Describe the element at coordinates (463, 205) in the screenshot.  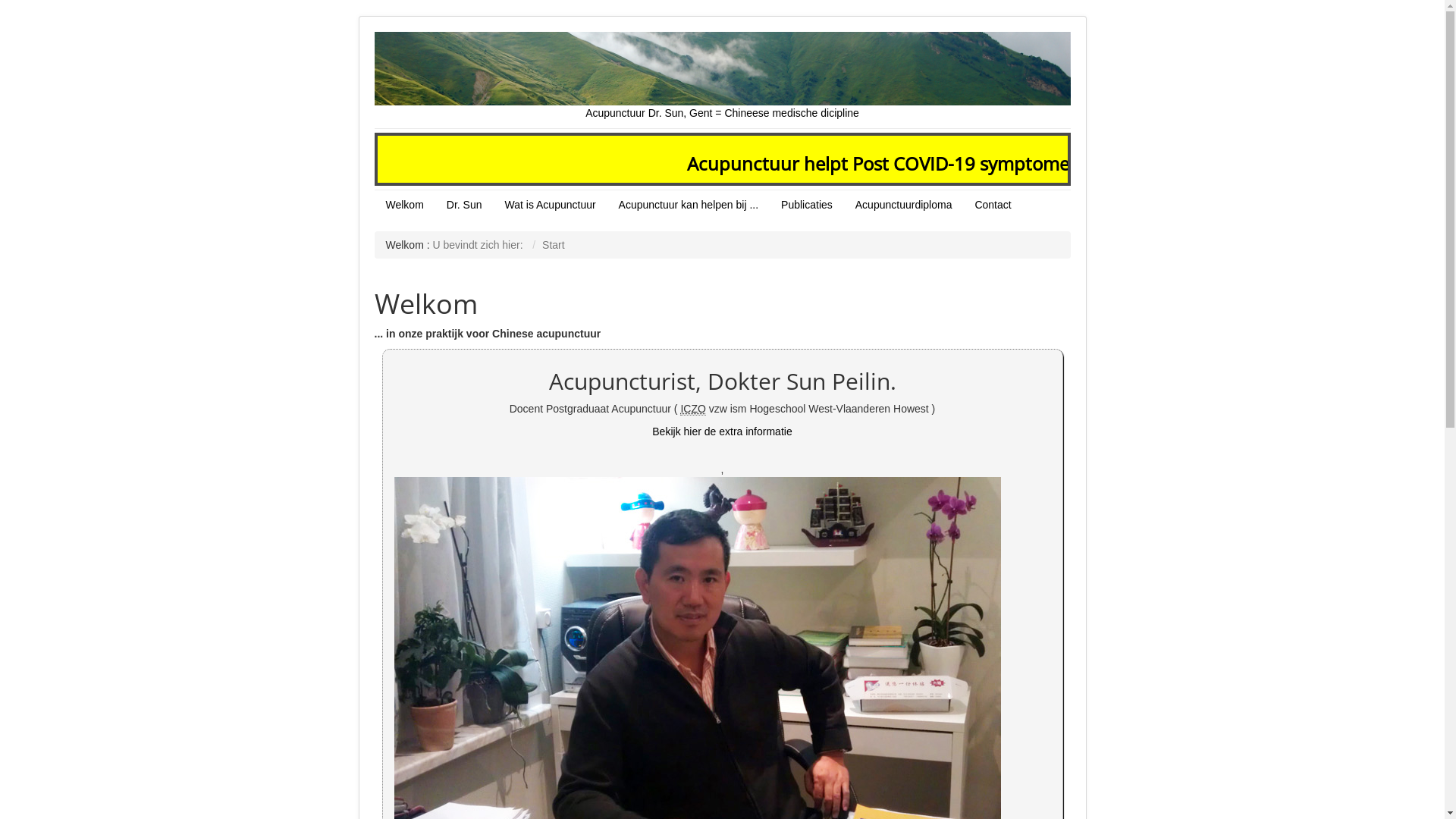
I see `'Dr. Sun'` at that location.